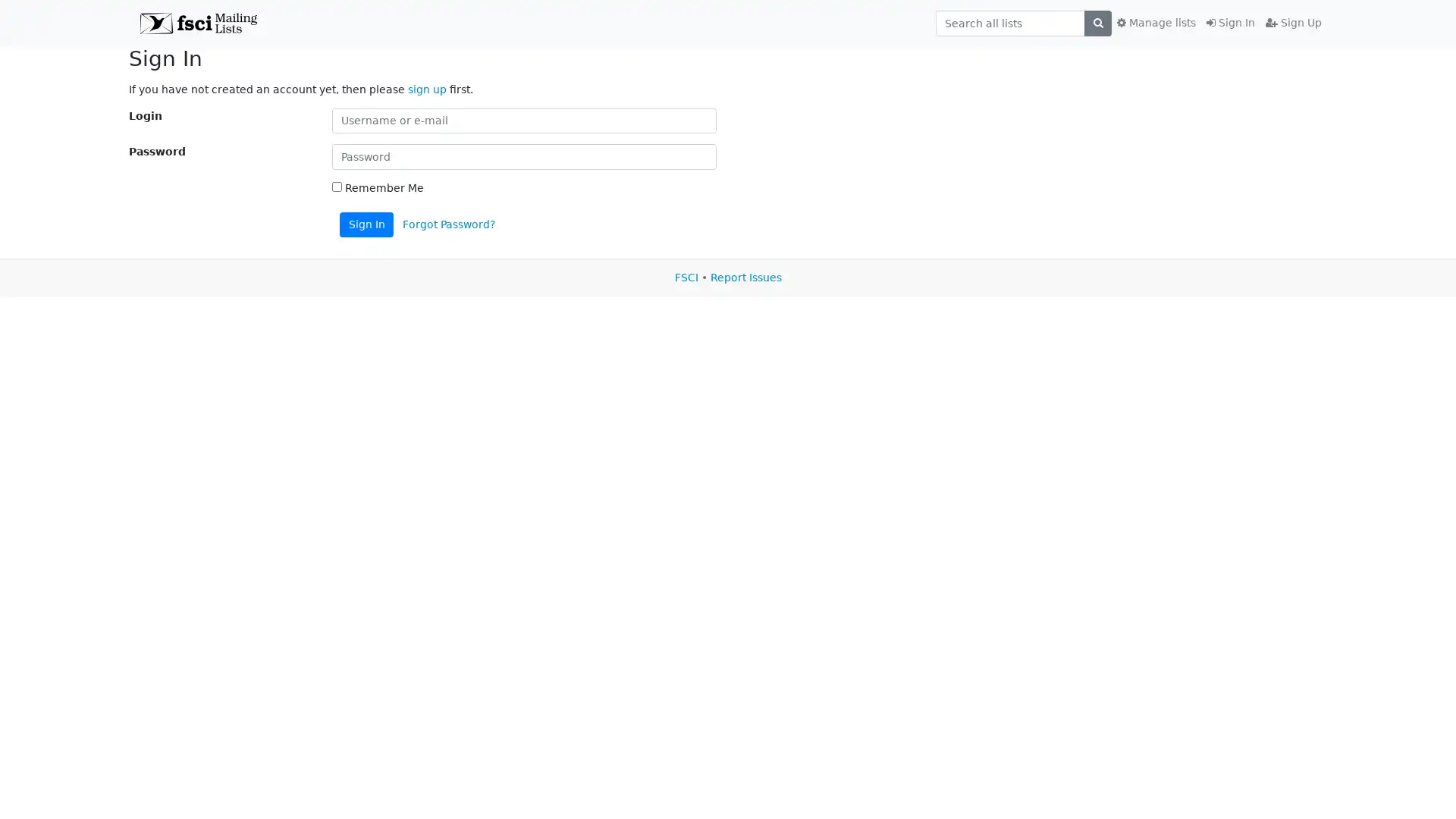 Image resolution: width=1456 pixels, height=819 pixels. What do you see at coordinates (366, 224) in the screenshot?
I see `Sign In` at bounding box center [366, 224].